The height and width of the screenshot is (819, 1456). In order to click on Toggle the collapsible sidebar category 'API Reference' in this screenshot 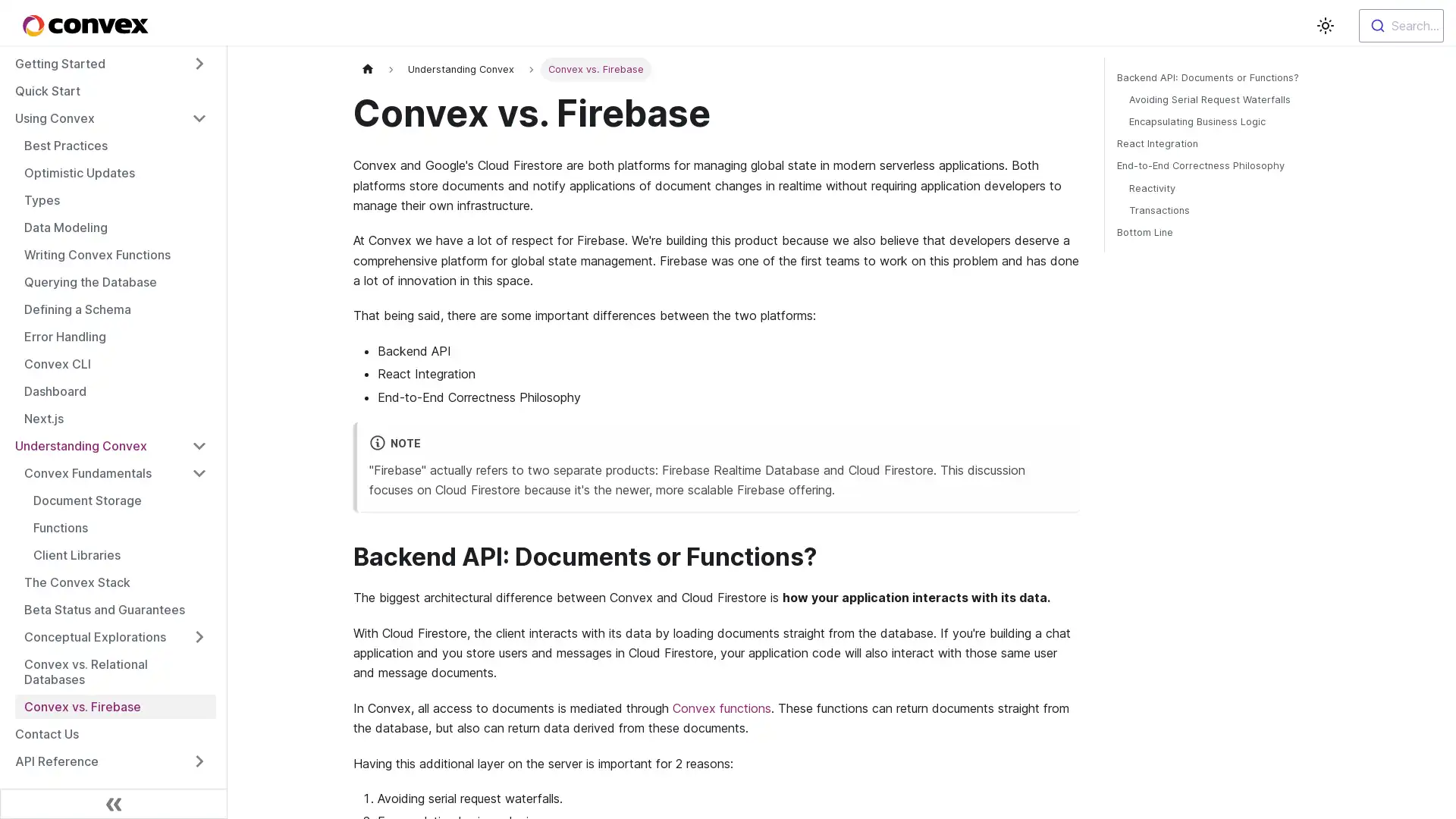, I will do `click(199, 761)`.